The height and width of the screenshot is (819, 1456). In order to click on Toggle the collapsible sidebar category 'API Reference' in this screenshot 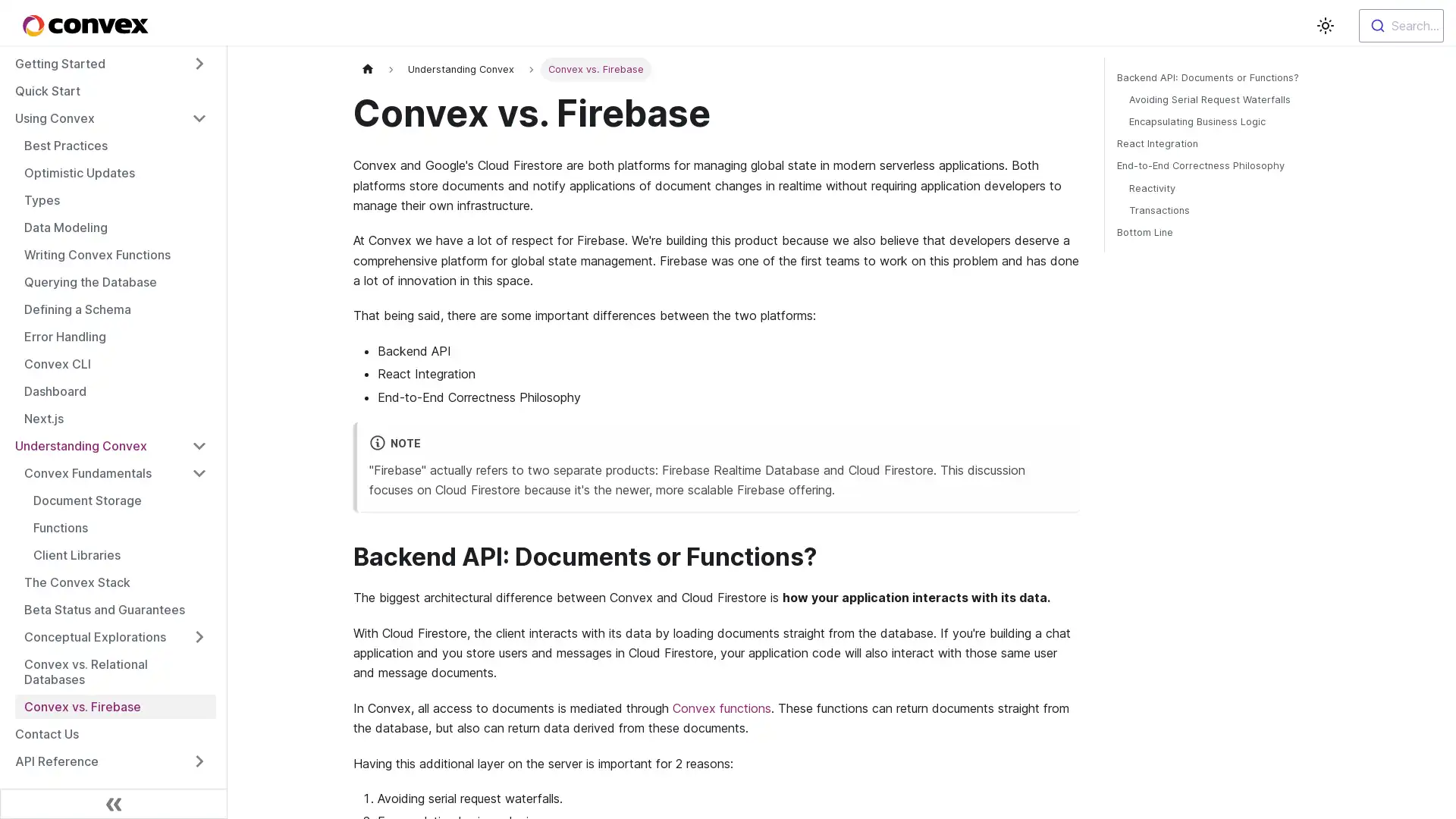, I will do `click(199, 761)`.